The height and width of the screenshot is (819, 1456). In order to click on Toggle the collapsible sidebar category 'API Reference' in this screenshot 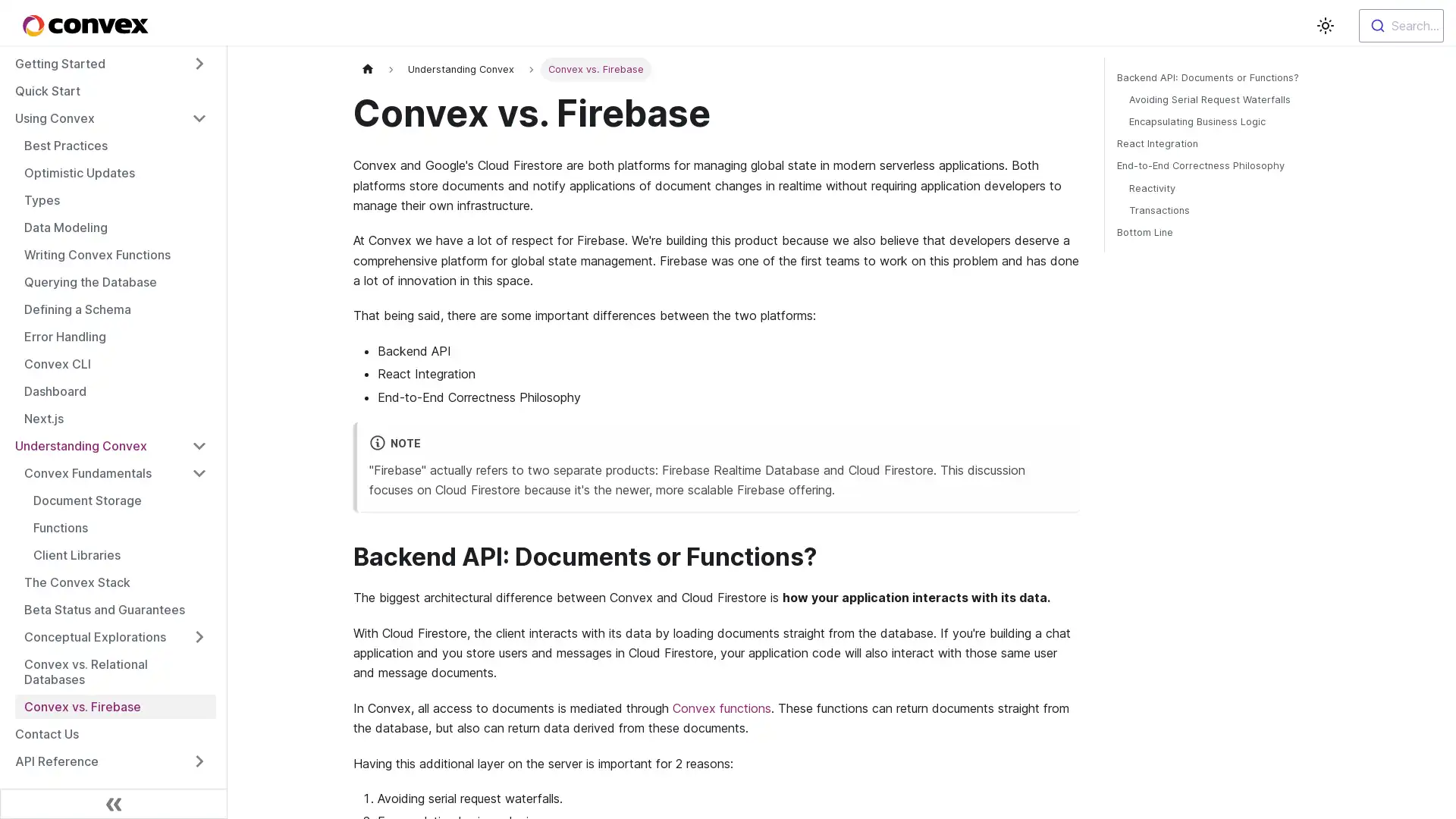, I will do `click(199, 761)`.